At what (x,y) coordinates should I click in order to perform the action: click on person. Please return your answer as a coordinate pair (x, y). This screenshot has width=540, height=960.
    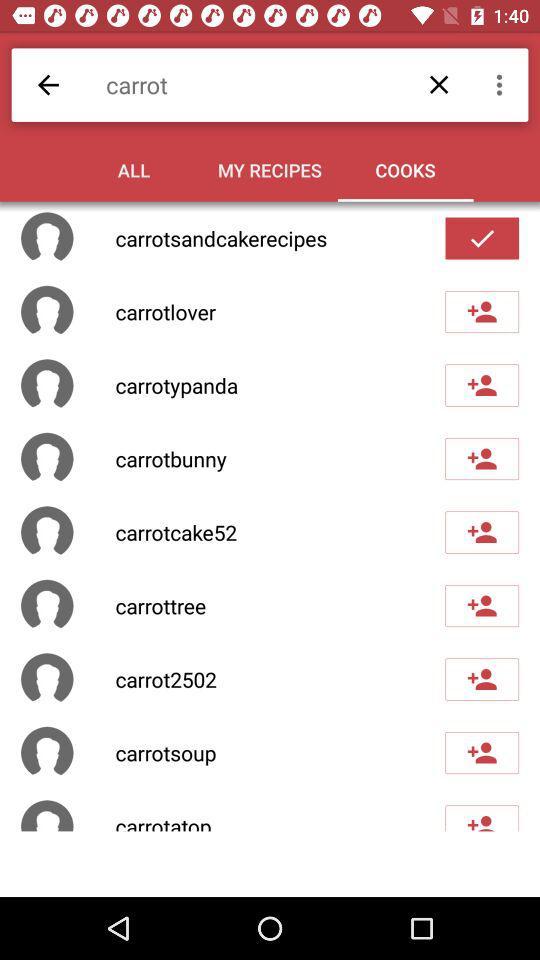
    Looking at the image, I should click on (481, 312).